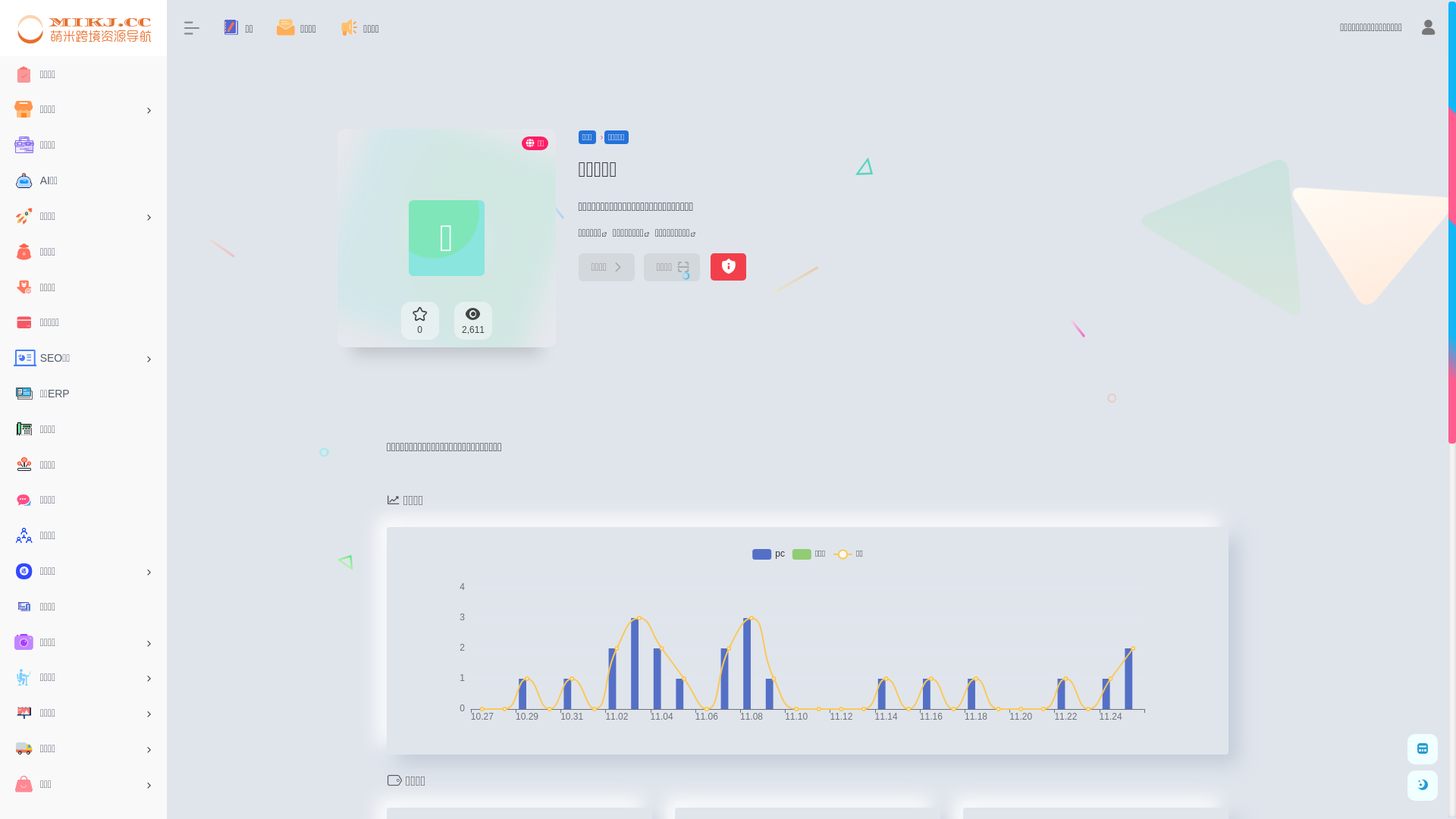 This screenshot has height=819, width=1456. What do you see at coordinates (419, 320) in the screenshot?
I see `'0'` at bounding box center [419, 320].